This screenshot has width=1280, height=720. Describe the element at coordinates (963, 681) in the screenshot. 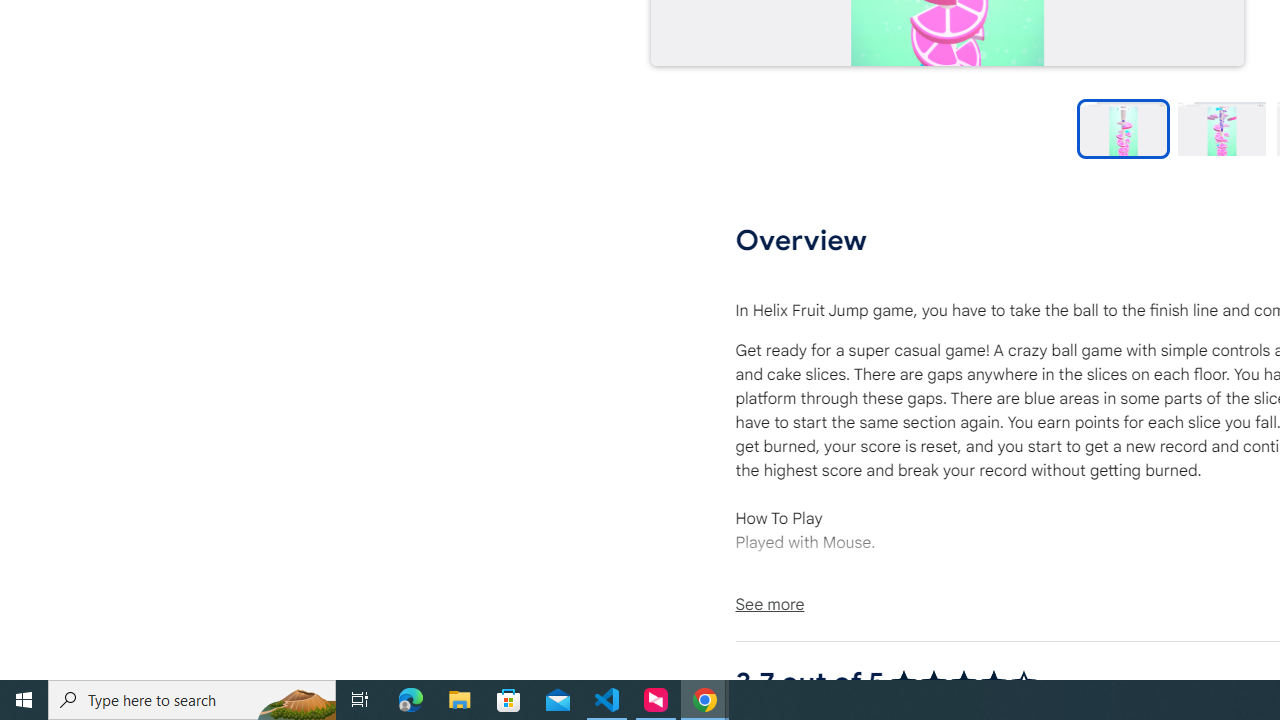

I see `'3.7 out of 5 stars'` at that location.